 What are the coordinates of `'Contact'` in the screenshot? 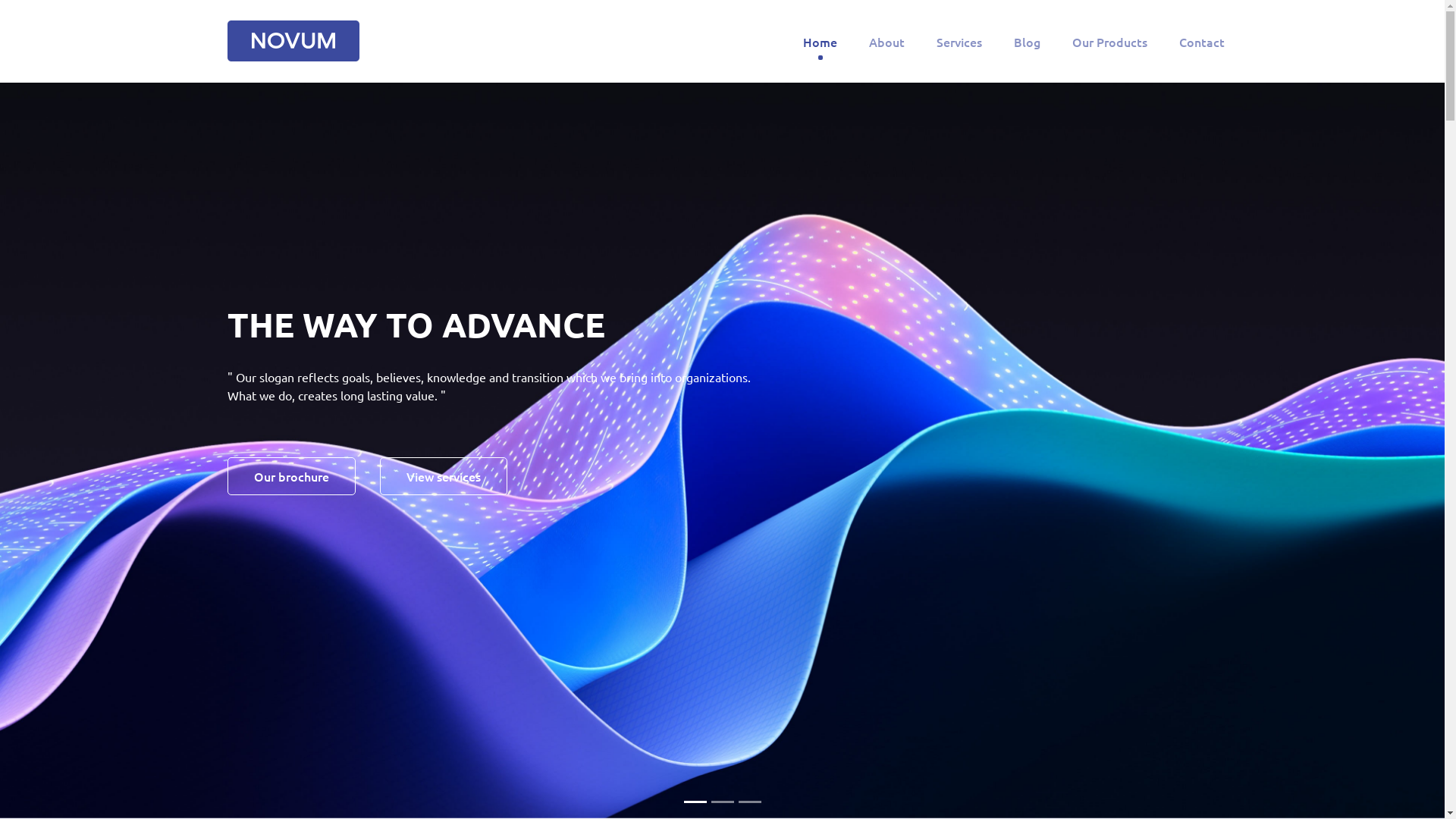 It's located at (1200, 40).